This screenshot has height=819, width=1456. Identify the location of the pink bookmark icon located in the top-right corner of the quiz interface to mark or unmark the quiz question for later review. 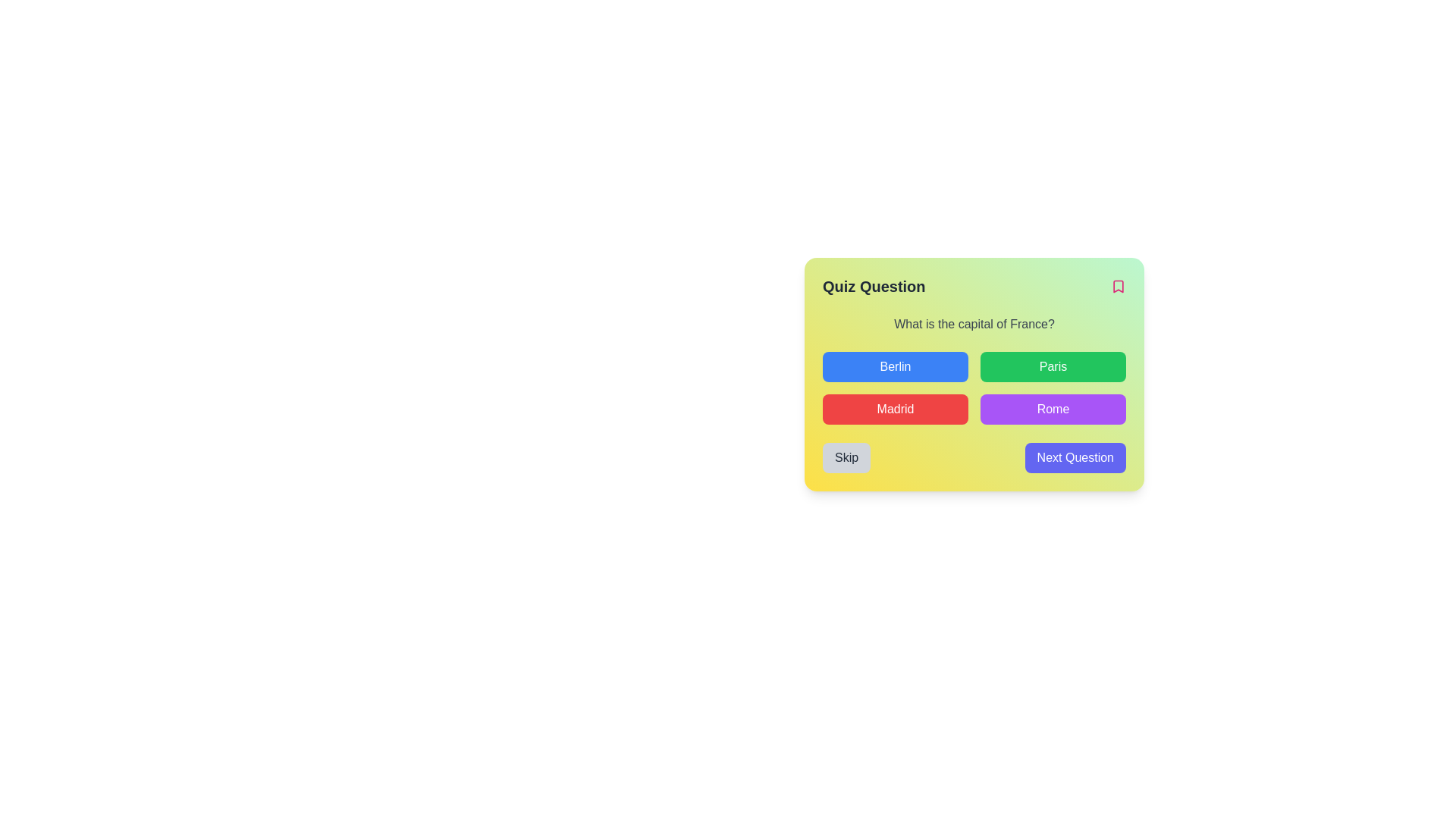
(1118, 287).